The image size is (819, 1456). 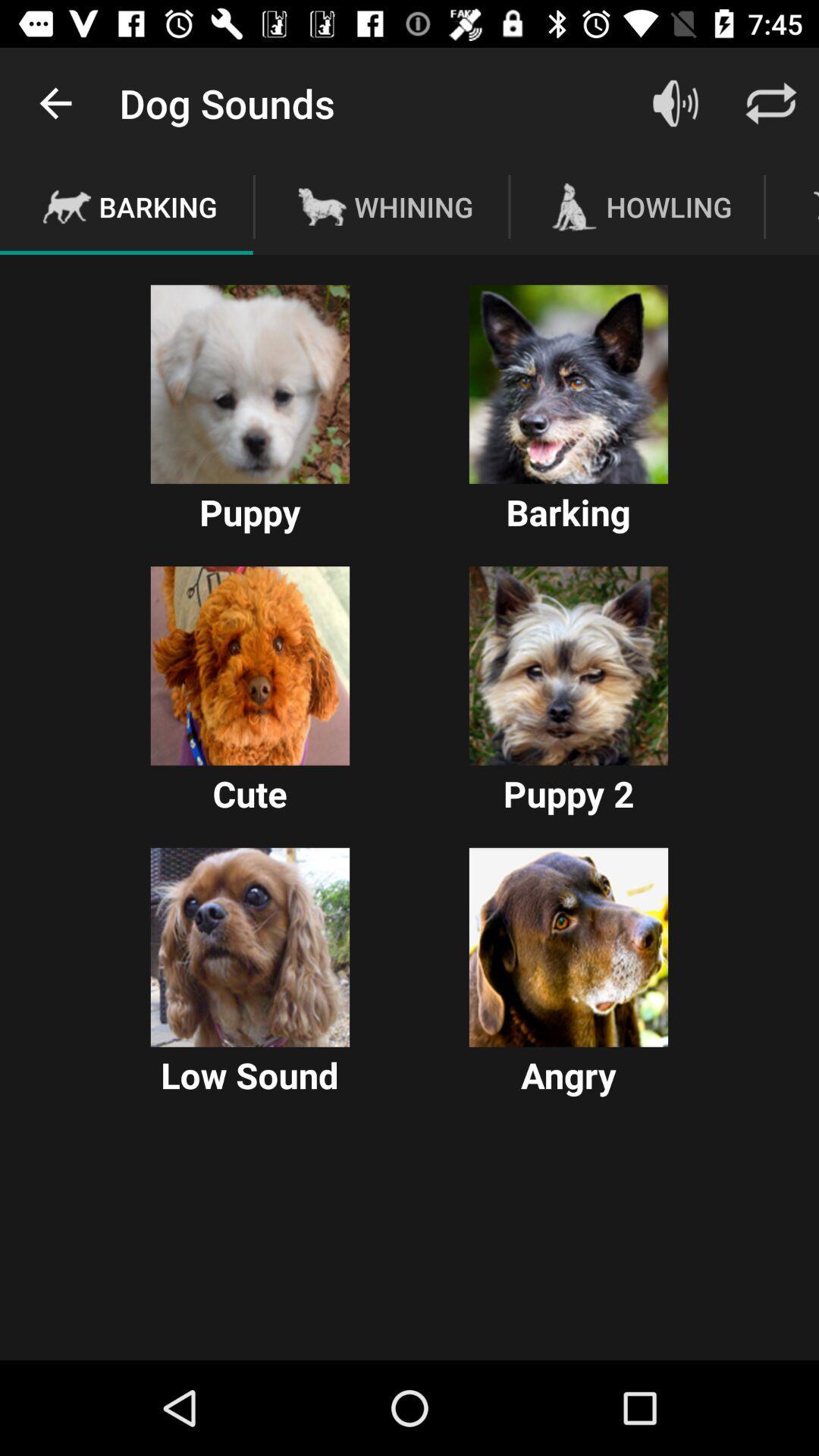 What do you see at coordinates (771, 102) in the screenshot?
I see `sound repeat` at bounding box center [771, 102].